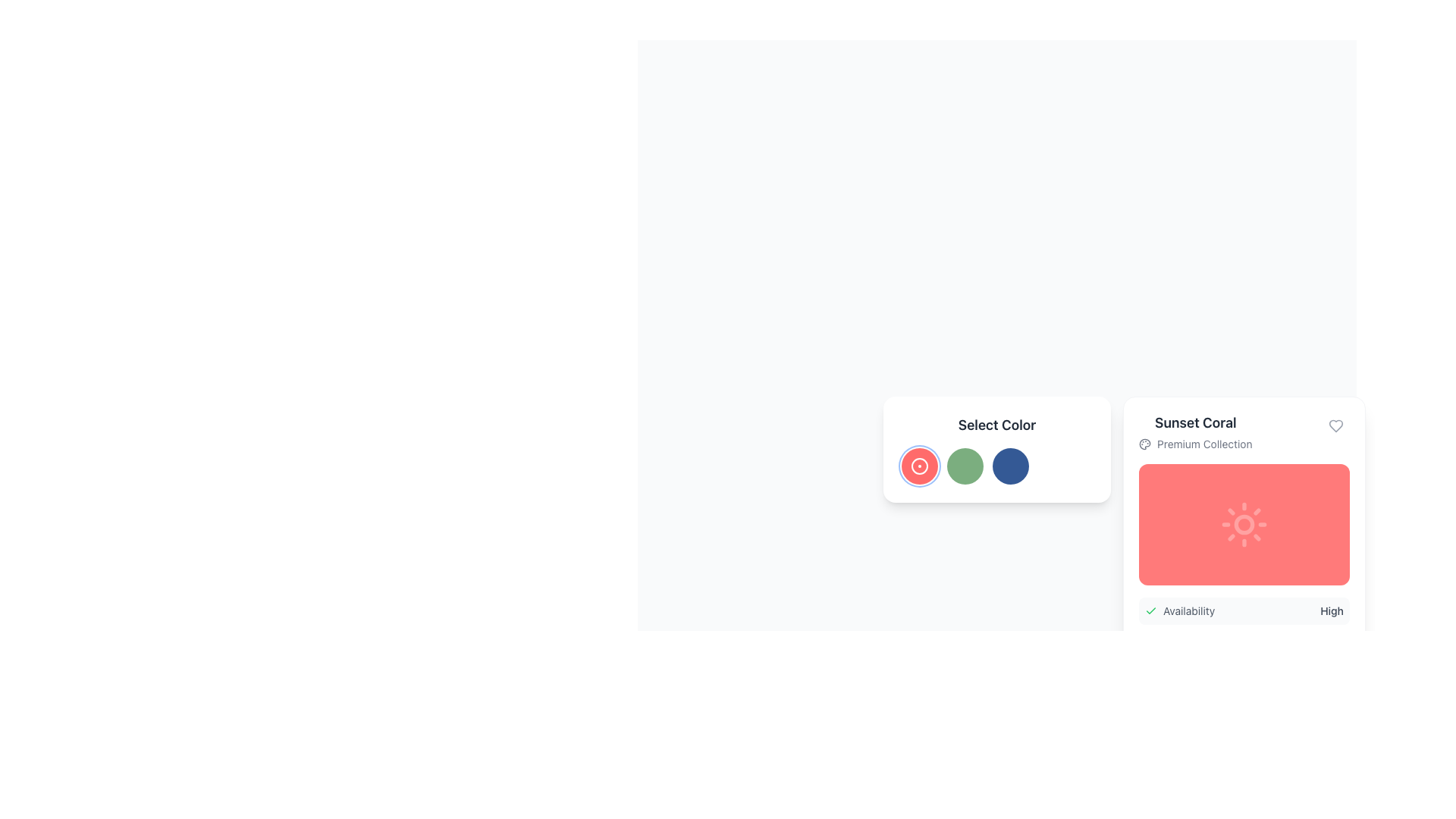 The image size is (1456, 819). I want to click on the first Circle indicator in the 'Select Color' section, so click(919, 465).